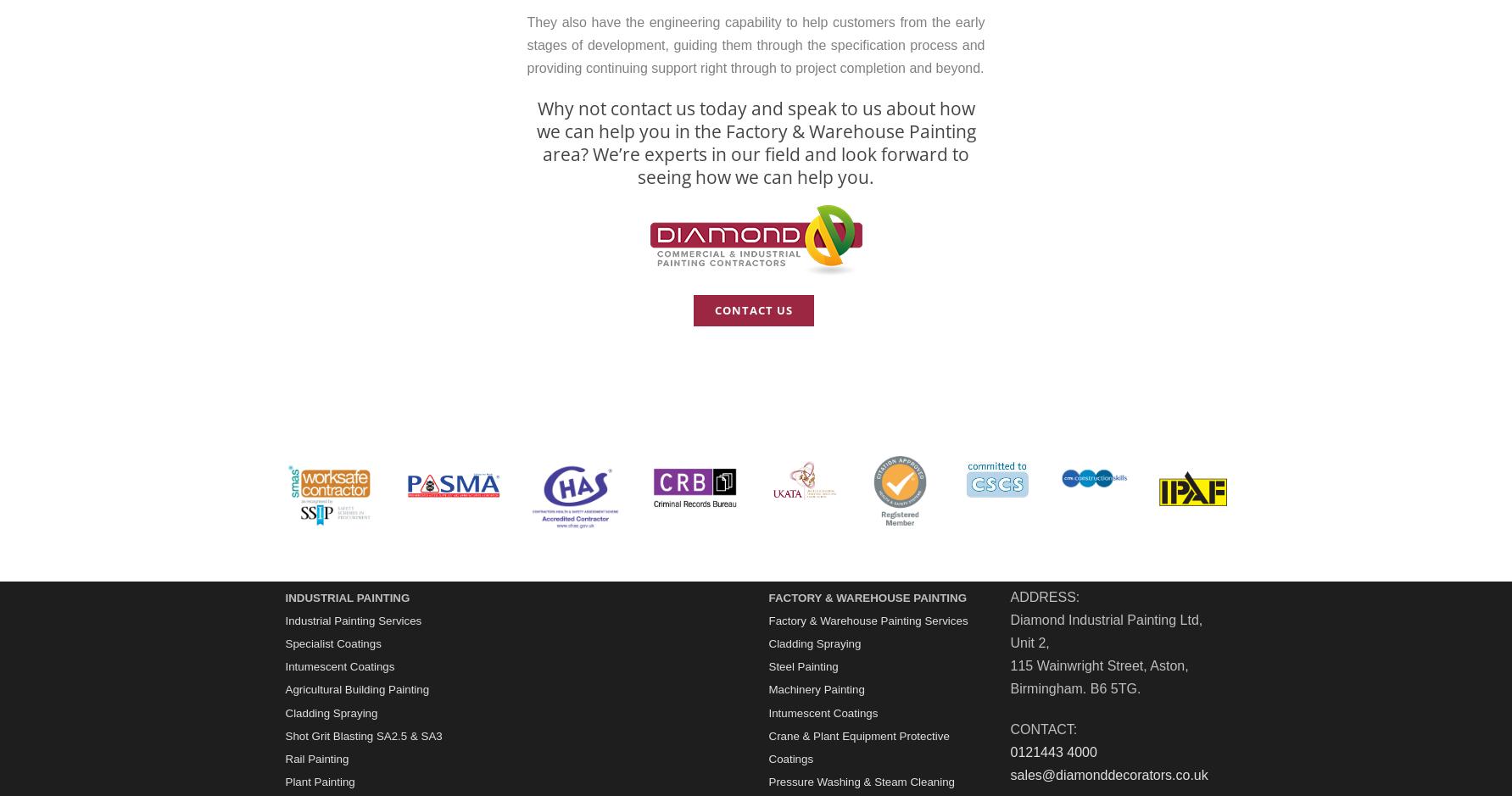 The image size is (1512, 796). What do you see at coordinates (861, 781) in the screenshot?
I see `'Pressure Washing & Steam Cleaning'` at bounding box center [861, 781].